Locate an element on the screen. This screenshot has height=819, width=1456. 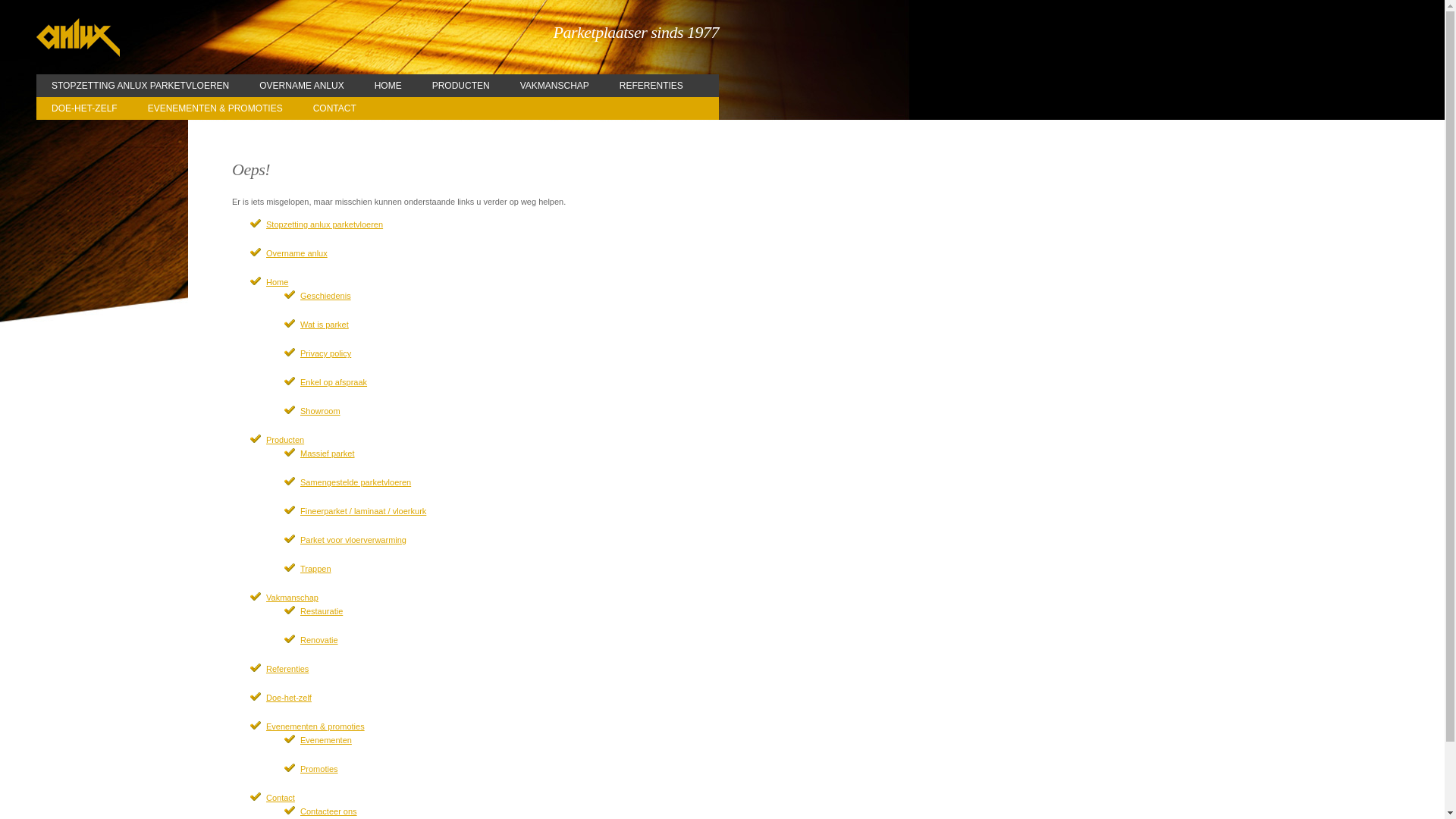
'Massief parket' is located at coordinates (327, 452).